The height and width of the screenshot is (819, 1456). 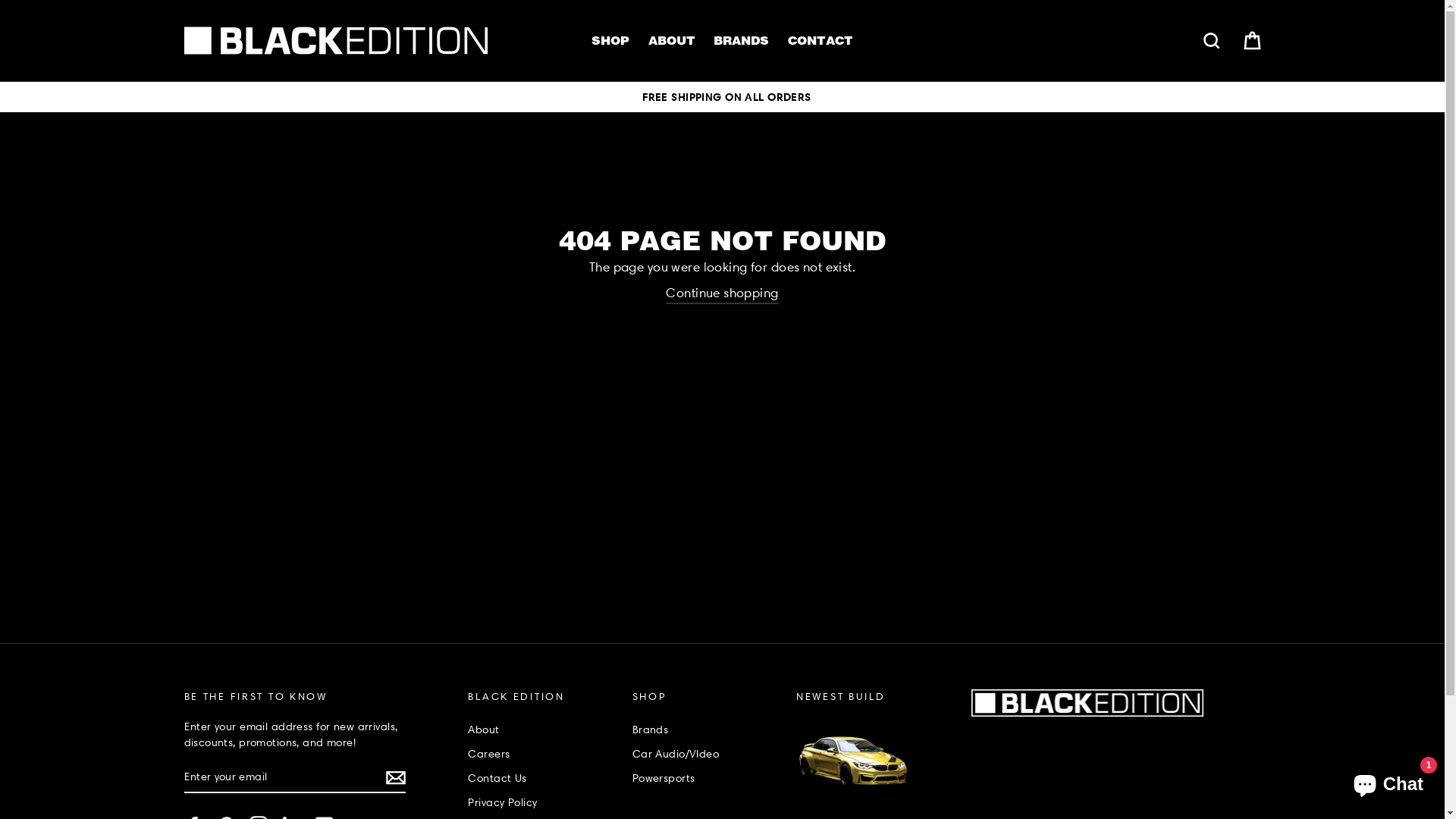 I want to click on 'Brands', so click(x=705, y=728).